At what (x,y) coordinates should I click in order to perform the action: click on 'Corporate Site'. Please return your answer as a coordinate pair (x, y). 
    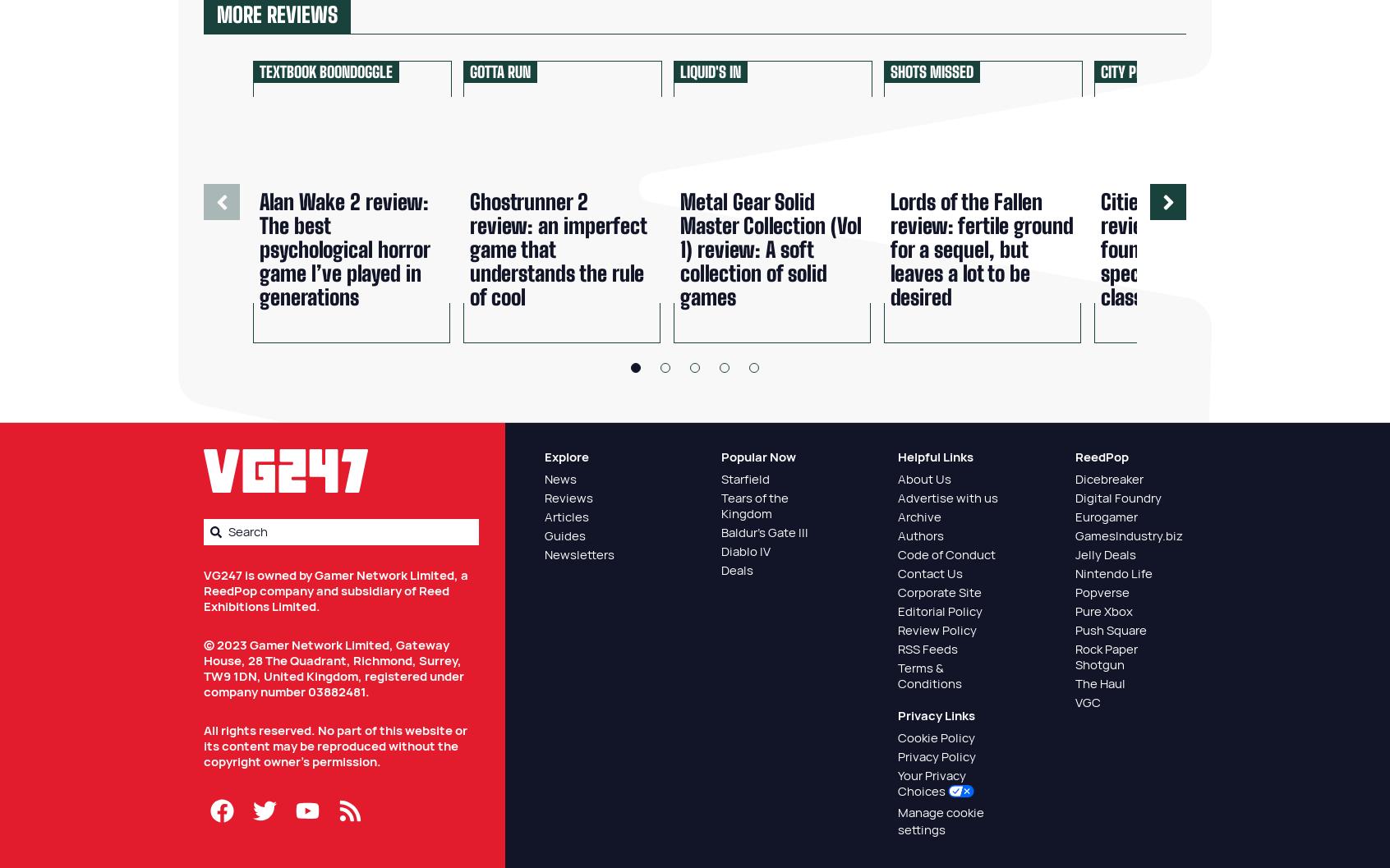
    Looking at the image, I should click on (898, 591).